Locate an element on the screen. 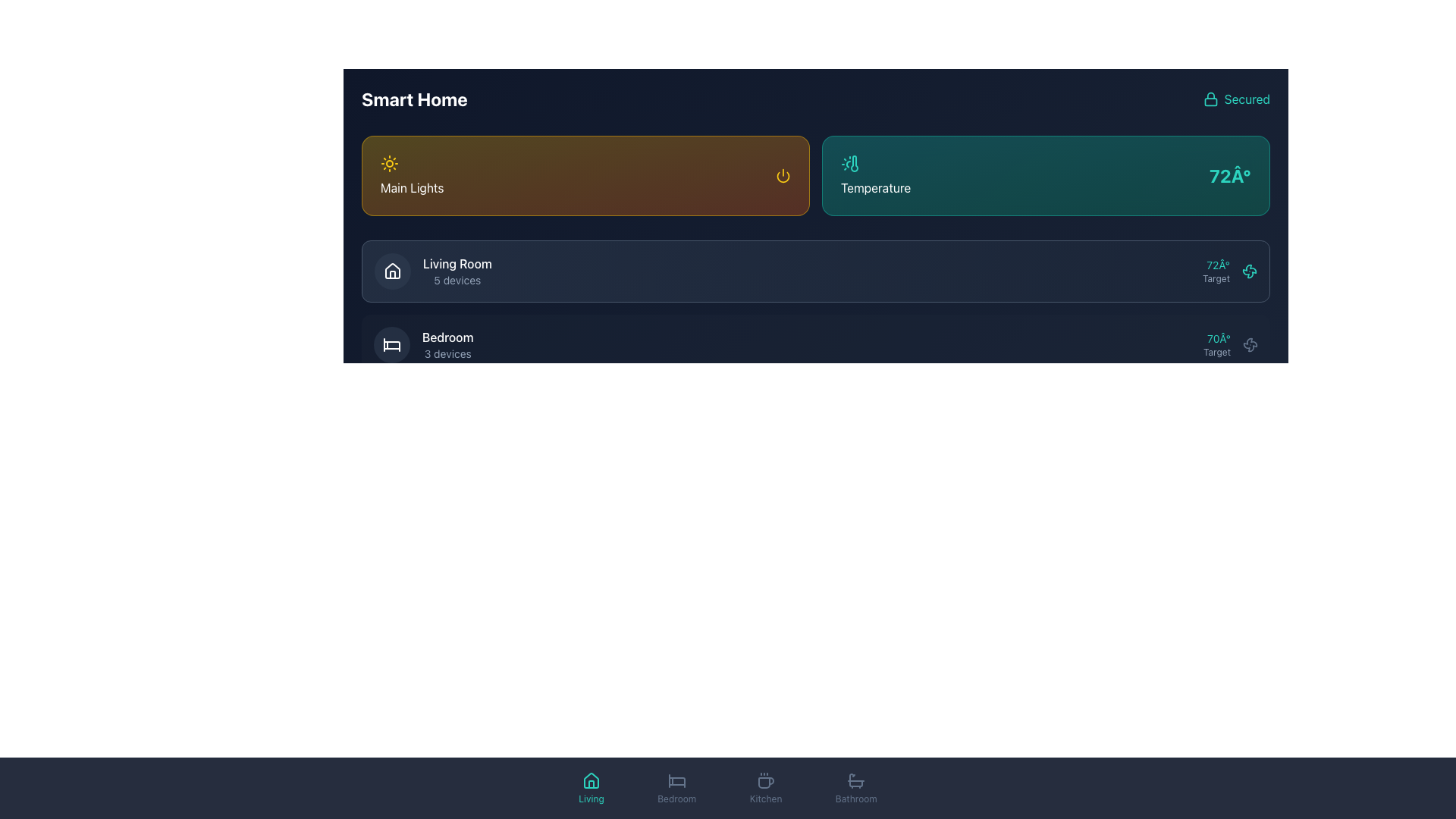 This screenshot has width=1456, height=819. the navigation button that redirects to the 'Kitchen' section, located as the third option in the bottom navigation bar is located at coordinates (766, 788).